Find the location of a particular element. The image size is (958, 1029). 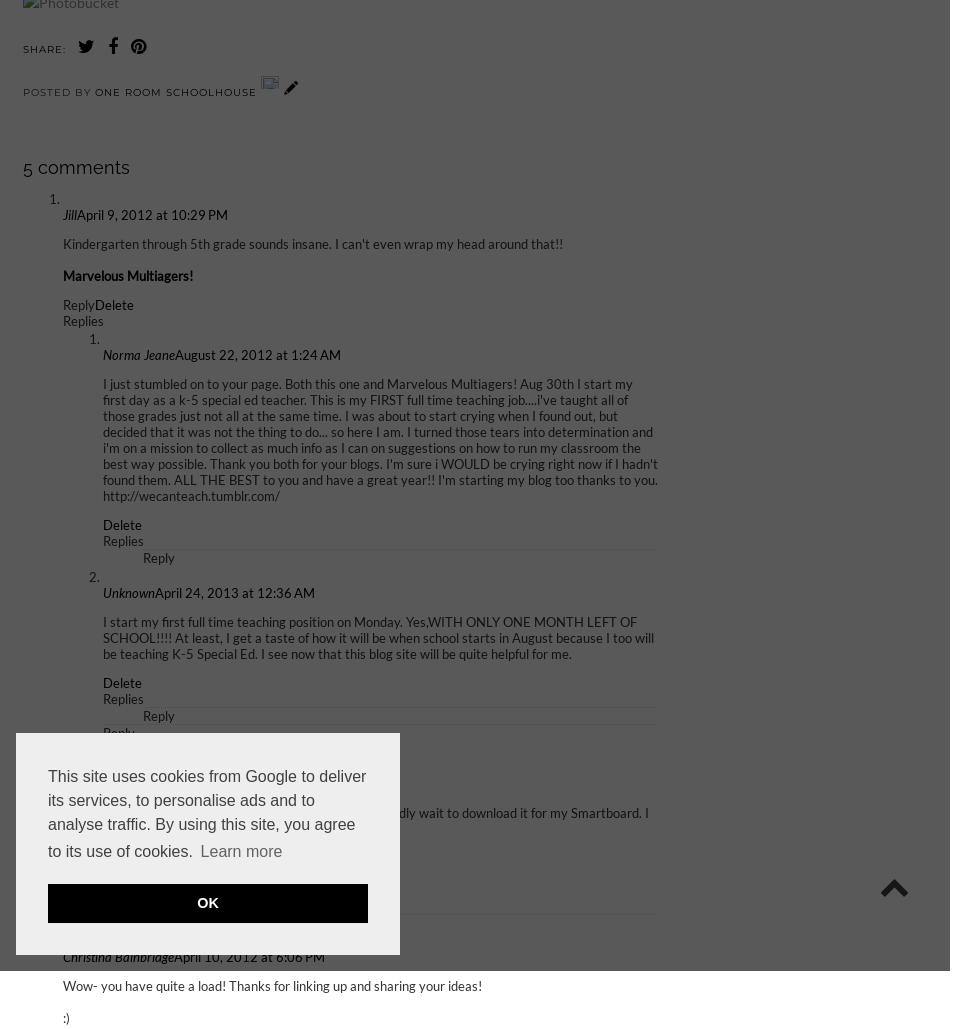

'April 10, 2012 at 6:06 PM' is located at coordinates (249, 956).